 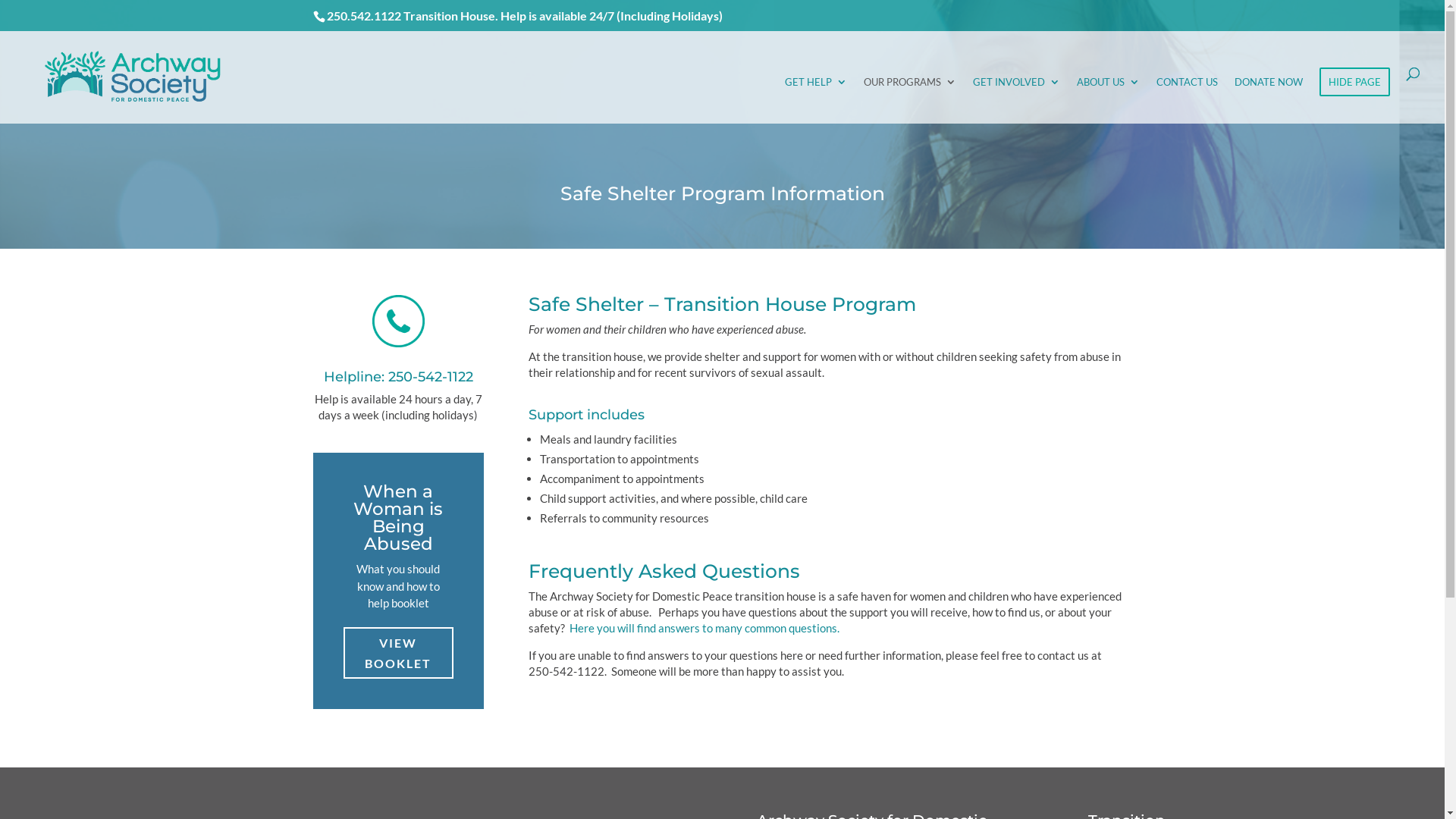 I want to click on 'ABOUT US', so click(x=1108, y=99).